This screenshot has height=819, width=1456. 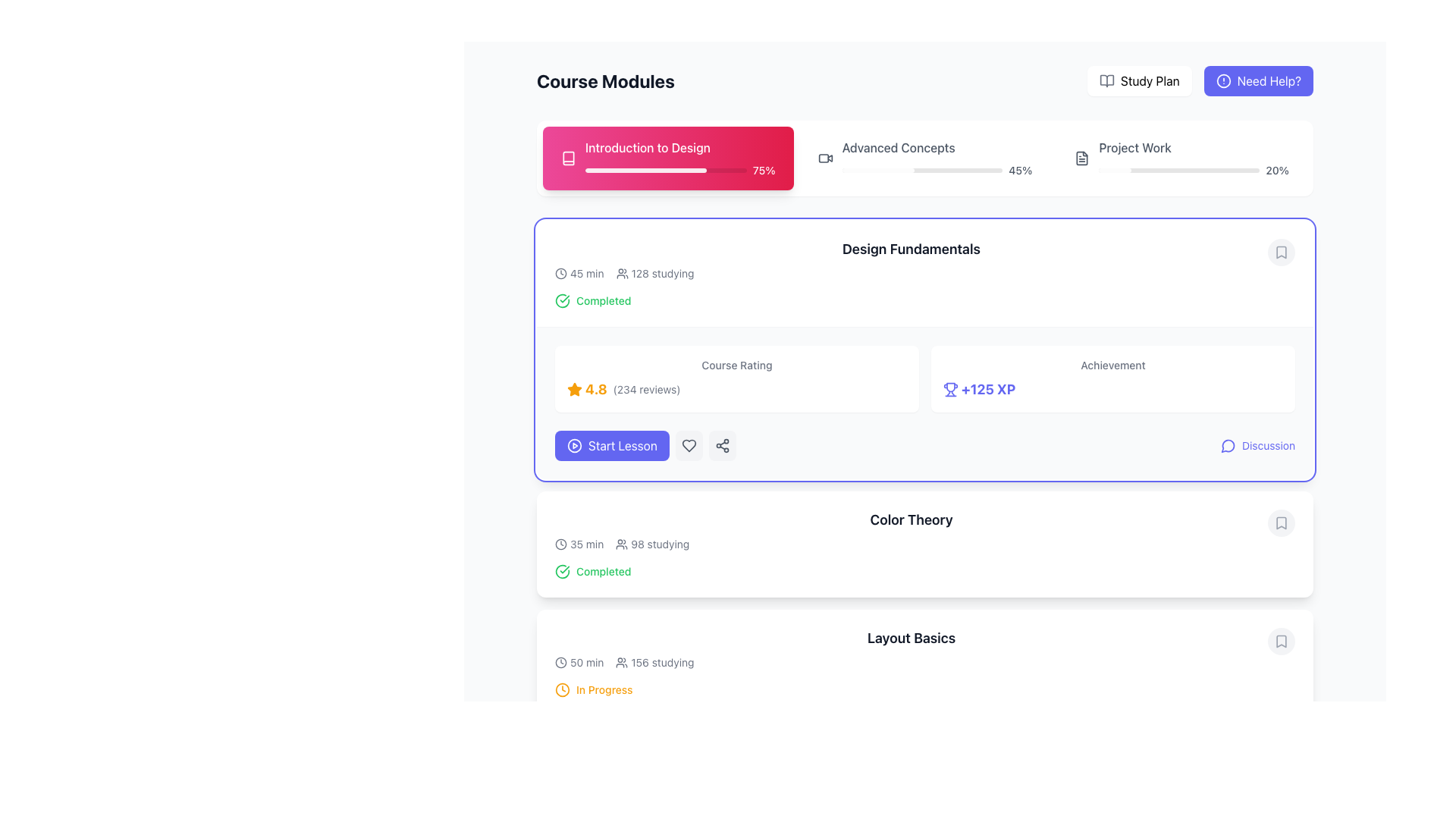 I want to click on text content of the label displaying '20%' located to the far right of the third progress bar under the 'Project Work' header, so click(x=1276, y=170).